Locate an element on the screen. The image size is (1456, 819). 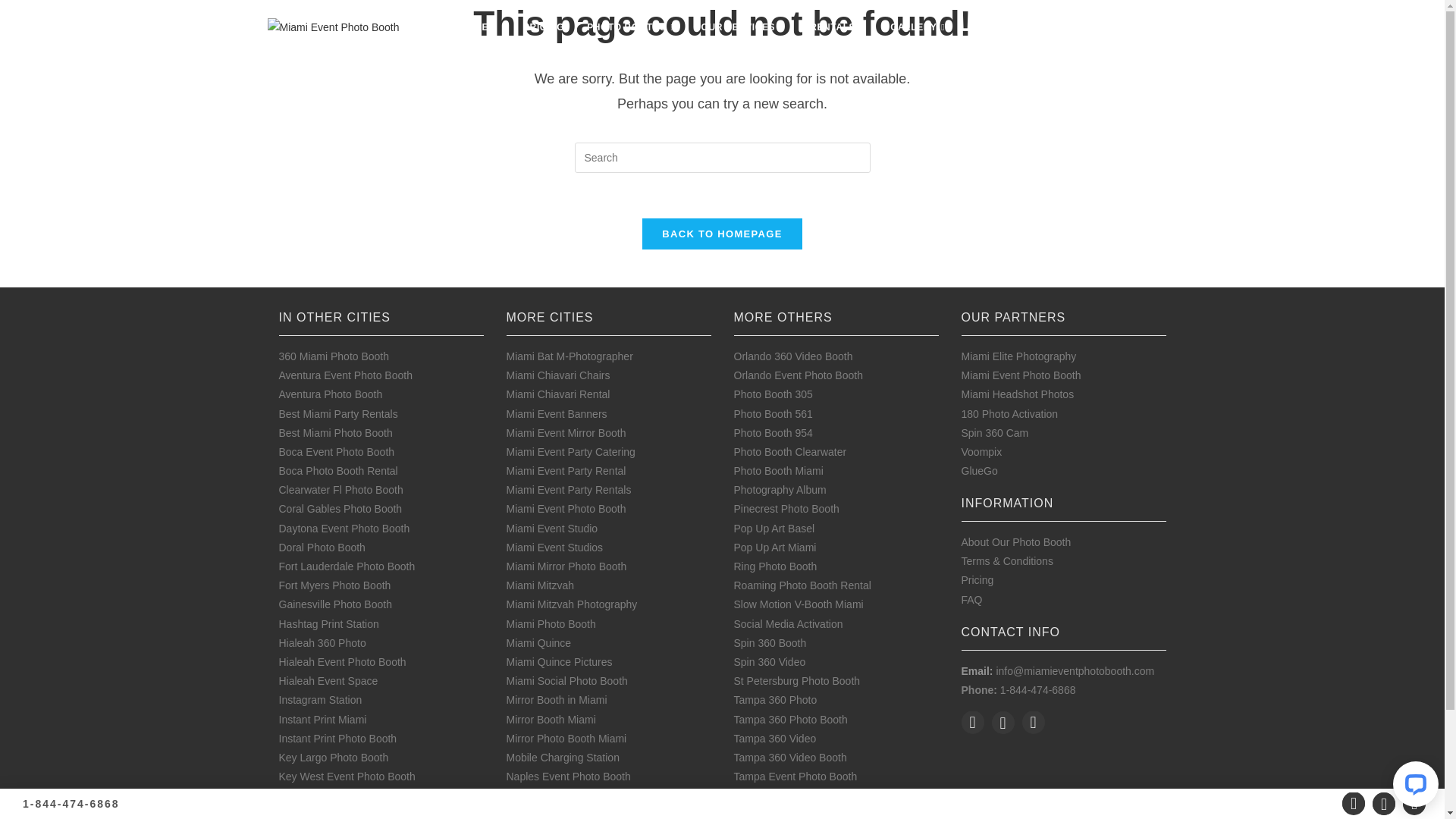
'Photo Booth 561' is located at coordinates (734, 414).